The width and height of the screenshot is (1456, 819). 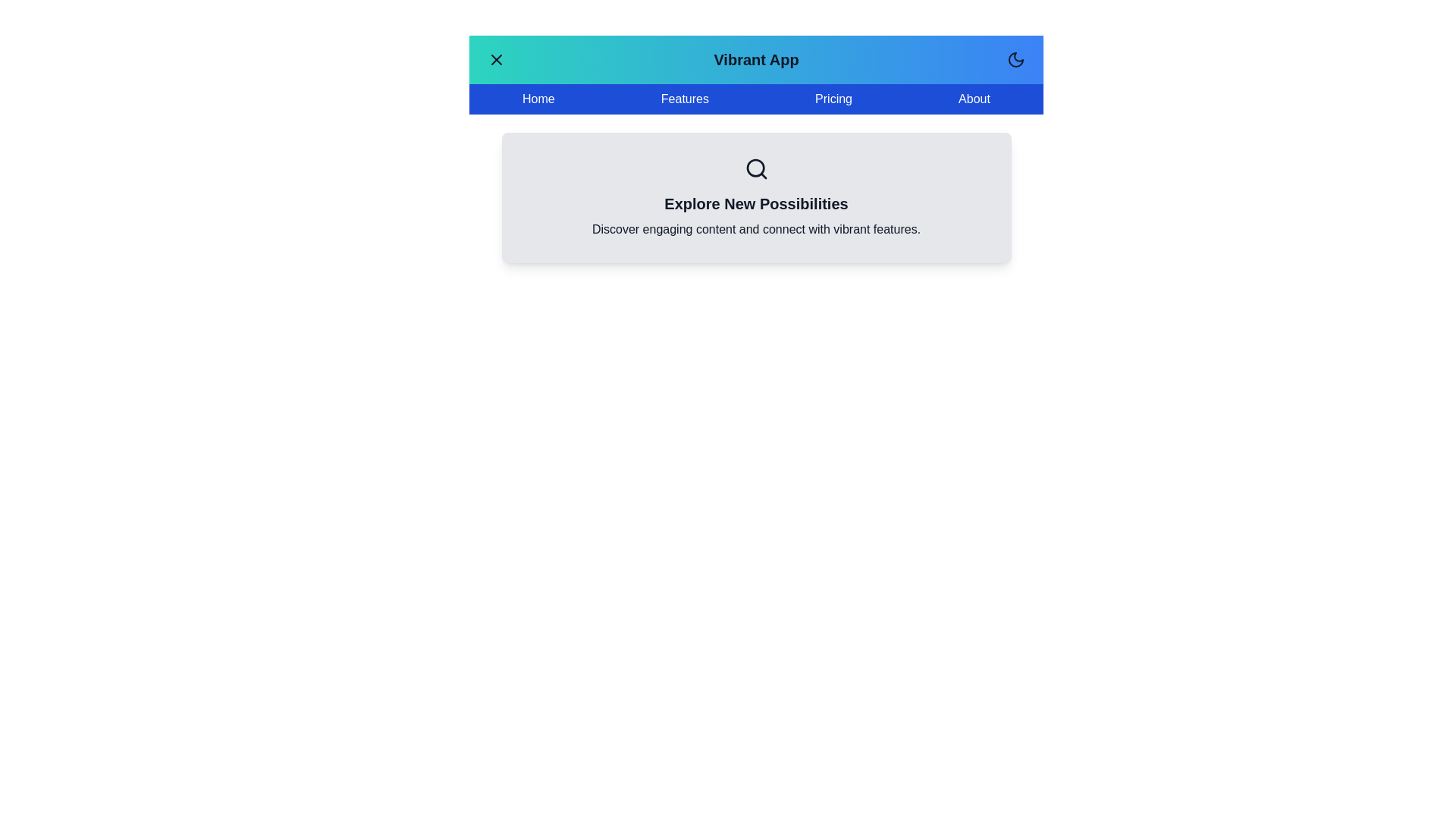 What do you see at coordinates (833, 99) in the screenshot?
I see `the menu item Pricing to navigate` at bounding box center [833, 99].